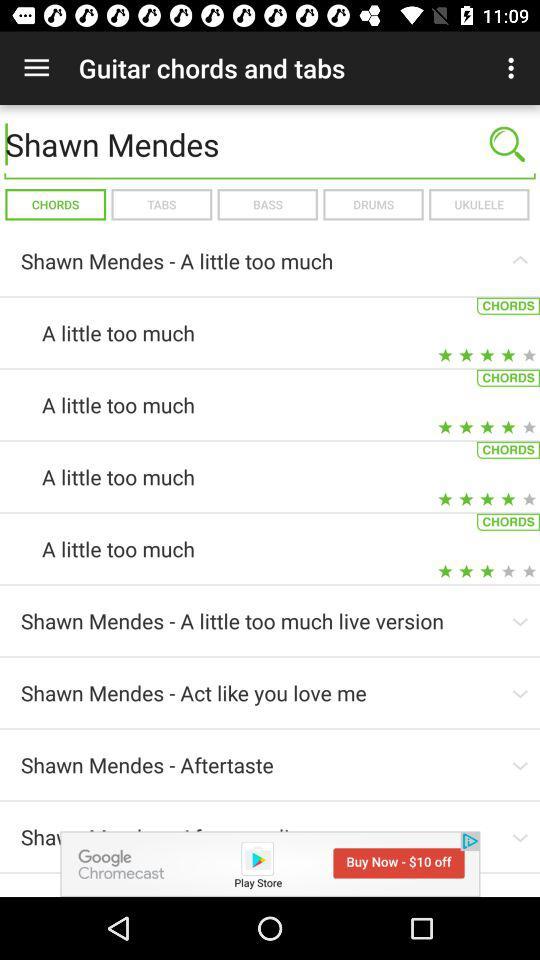  What do you see at coordinates (267, 204) in the screenshot?
I see `icon to the left of the drums icon` at bounding box center [267, 204].